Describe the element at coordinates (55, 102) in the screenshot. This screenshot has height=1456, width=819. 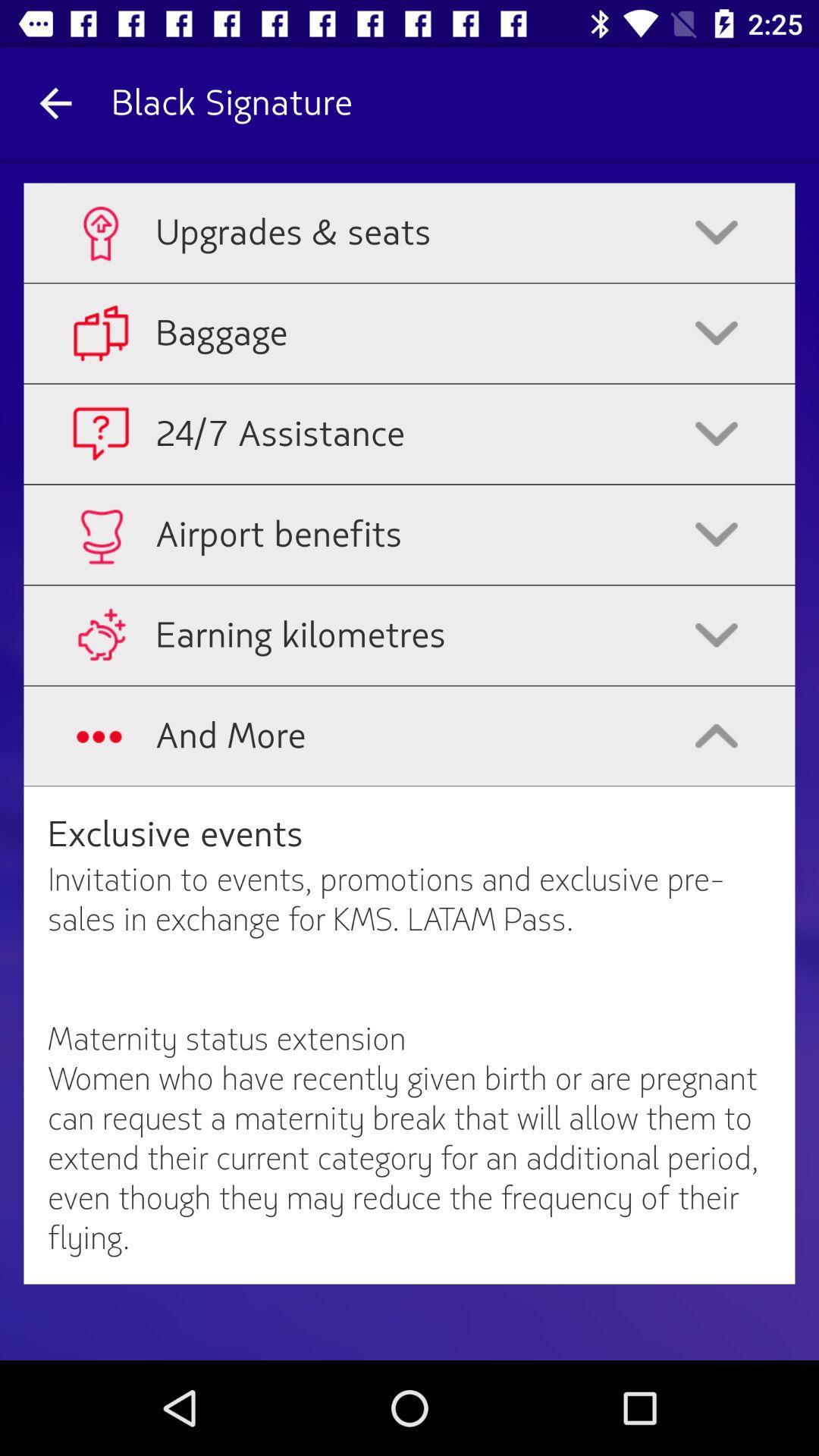
I see `the item next to the black signature icon` at that location.